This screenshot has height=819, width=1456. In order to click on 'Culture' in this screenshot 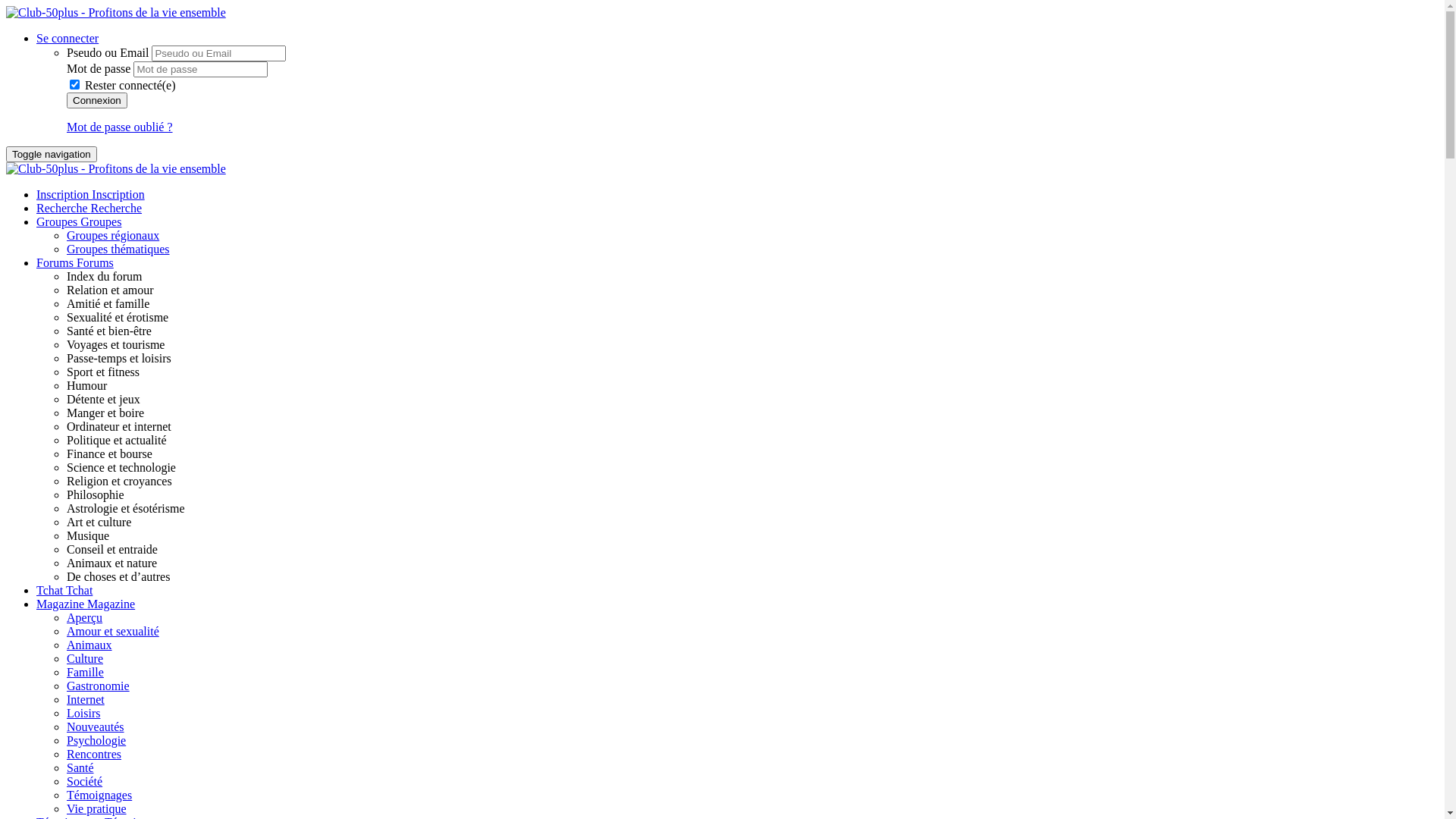, I will do `click(83, 657)`.